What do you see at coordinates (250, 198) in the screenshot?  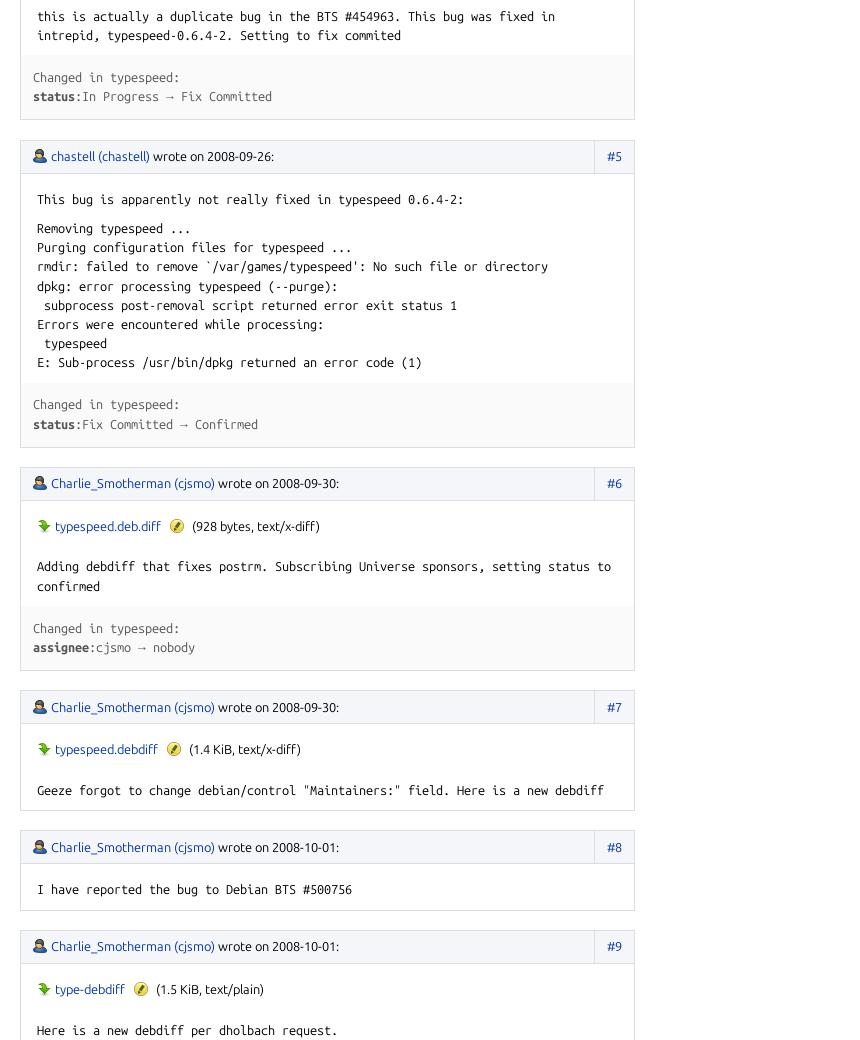 I see `'This bug is apparently not really fixed in typespeed 0.6.4-2:'` at bounding box center [250, 198].